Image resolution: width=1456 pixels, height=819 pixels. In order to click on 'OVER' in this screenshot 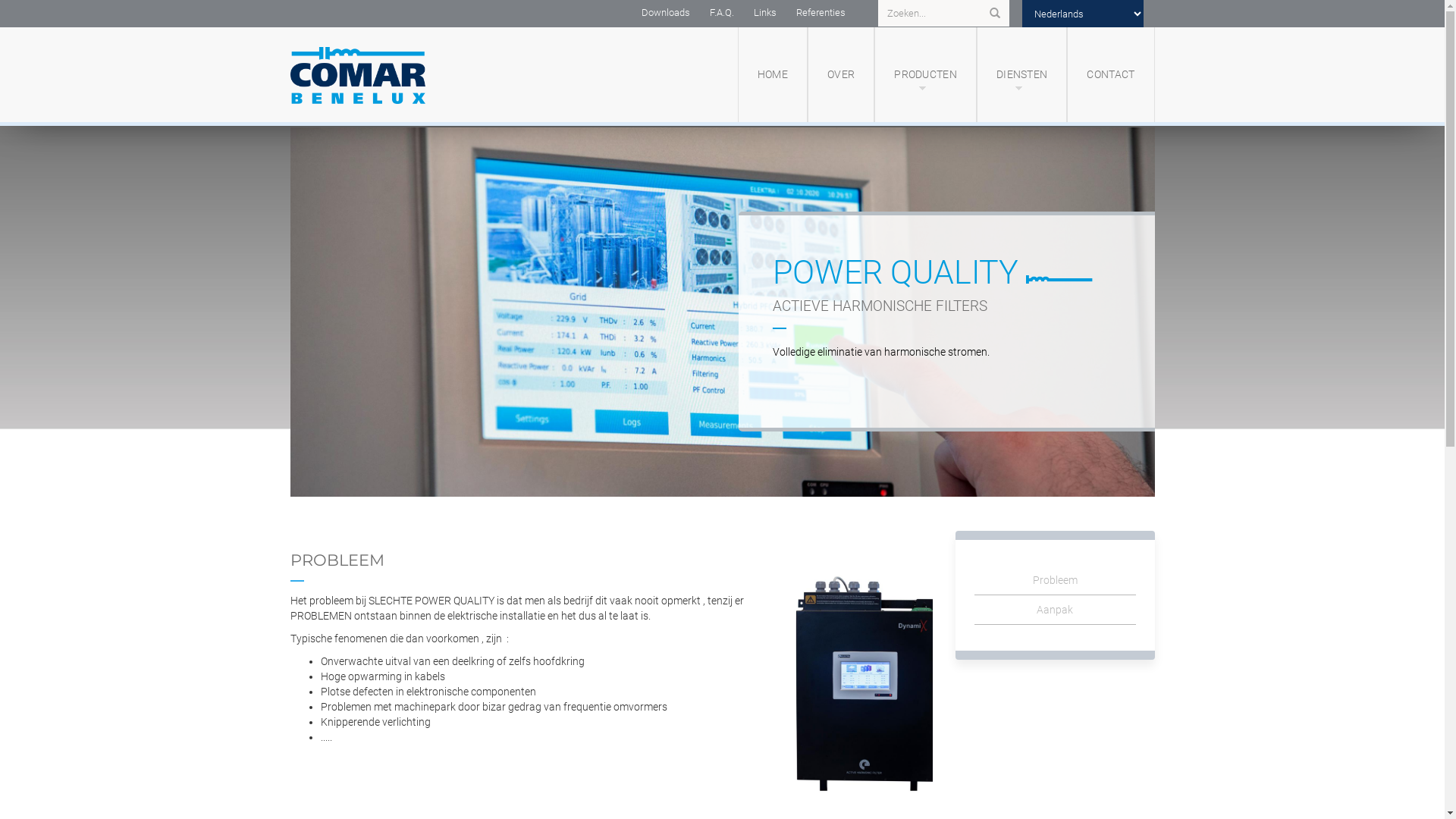, I will do `click(839, 74)`.